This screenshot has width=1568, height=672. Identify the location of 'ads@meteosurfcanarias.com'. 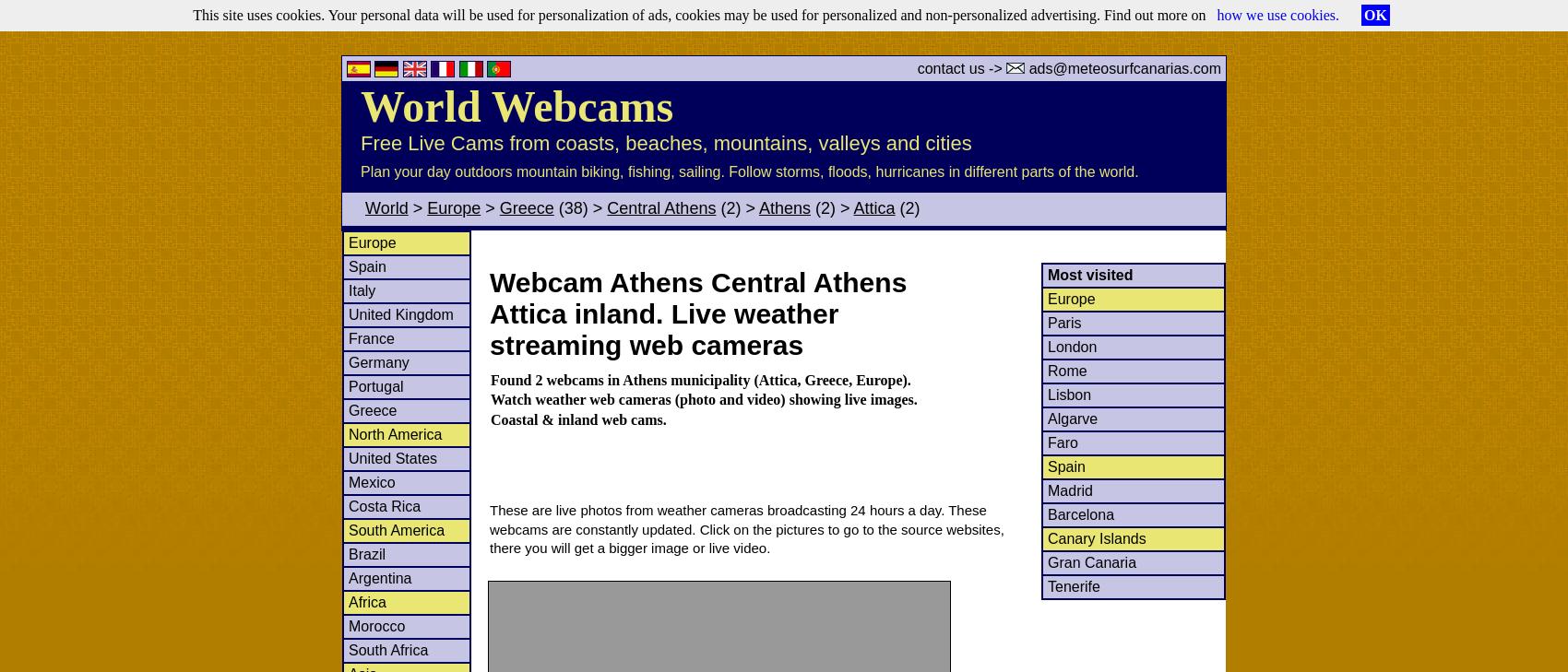
(1122, 67).